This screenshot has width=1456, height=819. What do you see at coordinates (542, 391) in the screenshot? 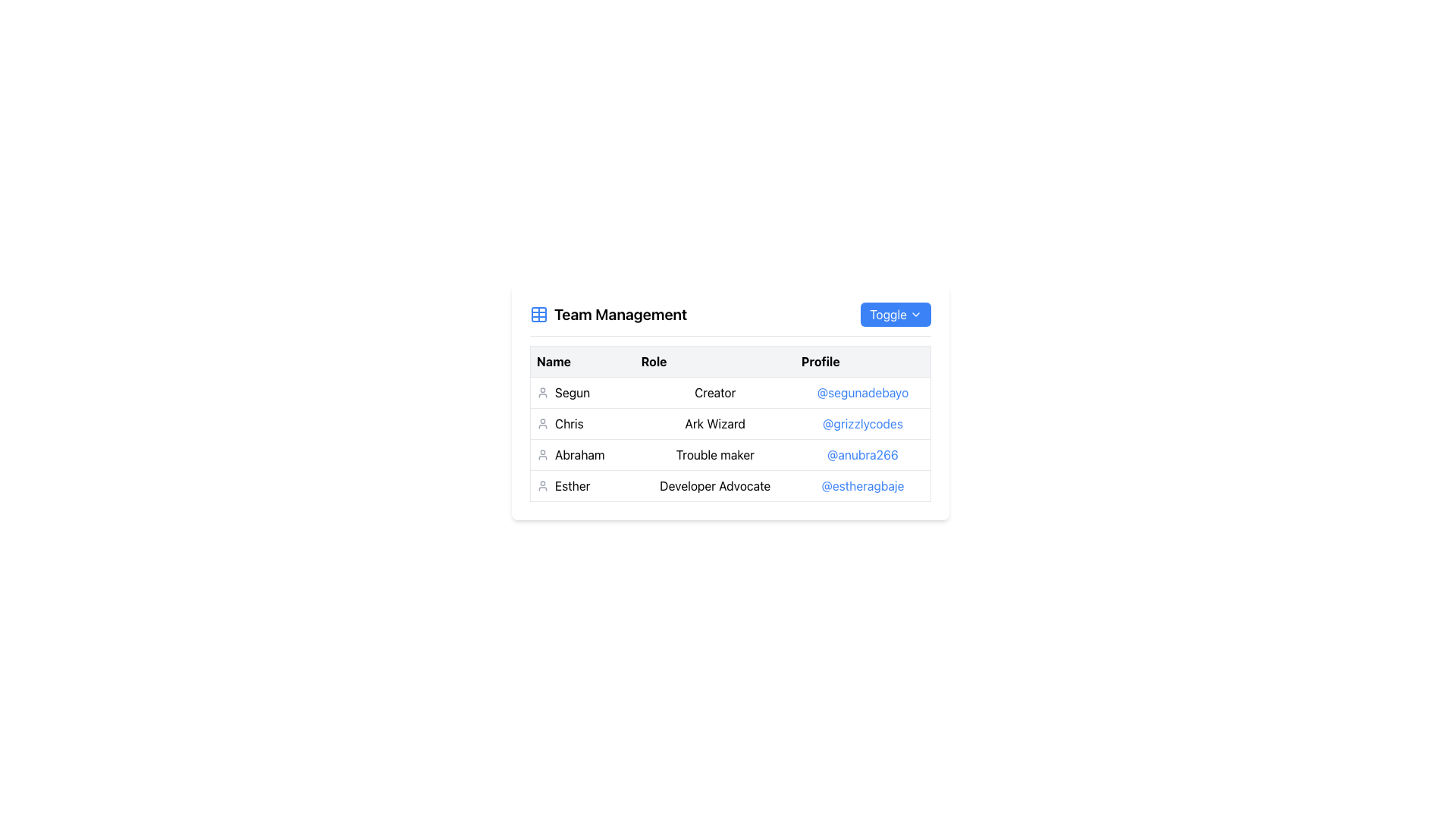
I see `the user profile icon, which is a gray minimalistic representation located to the left of the text 'Segun' in the 'Team Management' table` at bounding box center [542, 391].